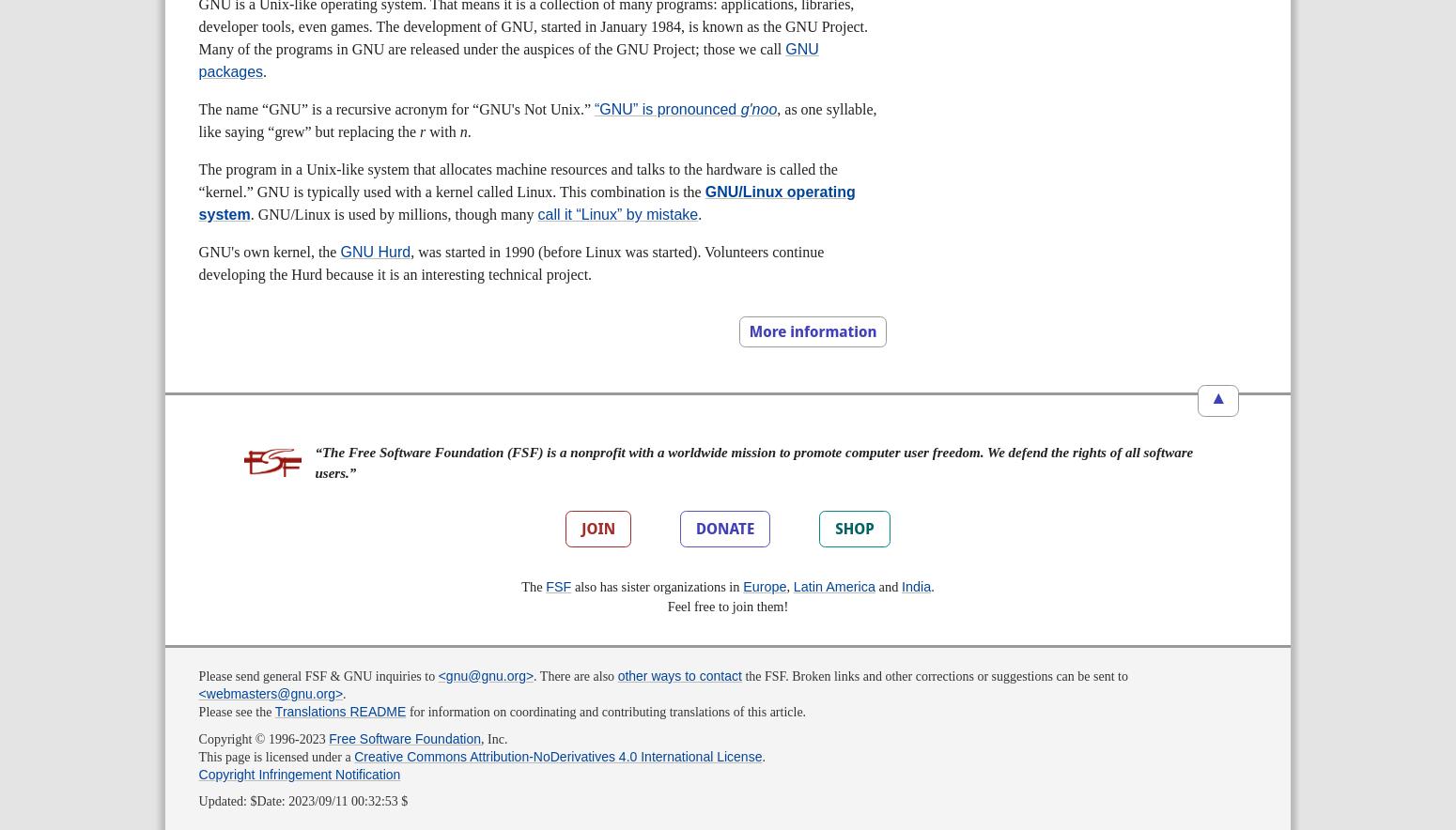 Image resolution: width=1456 pixels, height=830 pixels. I want to click on '.
There are also', so click(534, 674).